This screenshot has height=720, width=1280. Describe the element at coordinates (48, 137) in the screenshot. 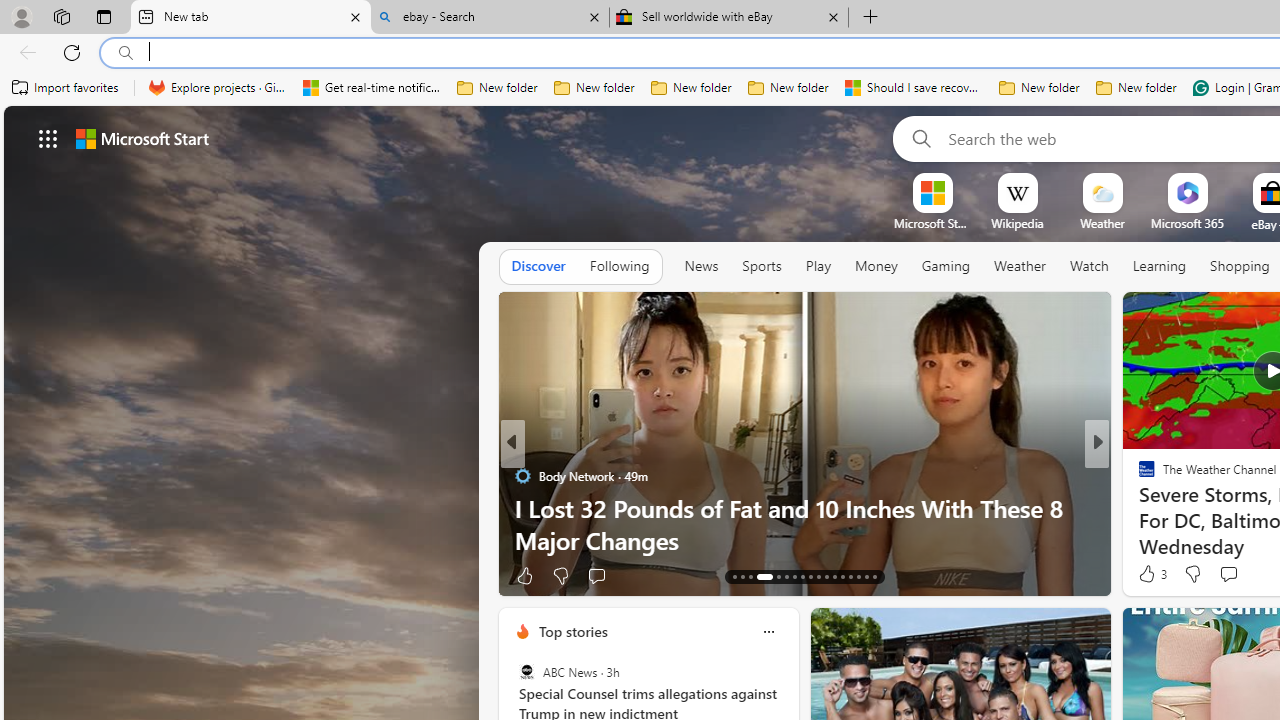

I see `'App launcher'` at that location.